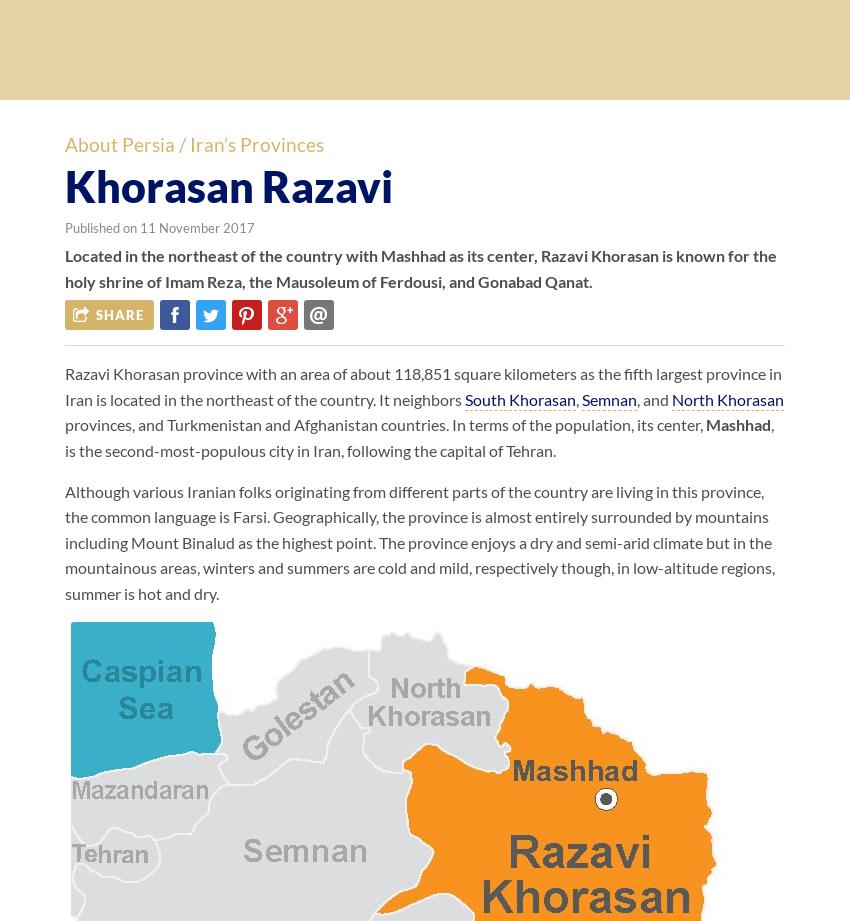 Image resolution: width=850 pixels, height=921 pixels. Describe the element at coordinates (126, 144) in the screenshot. I see `'About Persia /'` at that location.